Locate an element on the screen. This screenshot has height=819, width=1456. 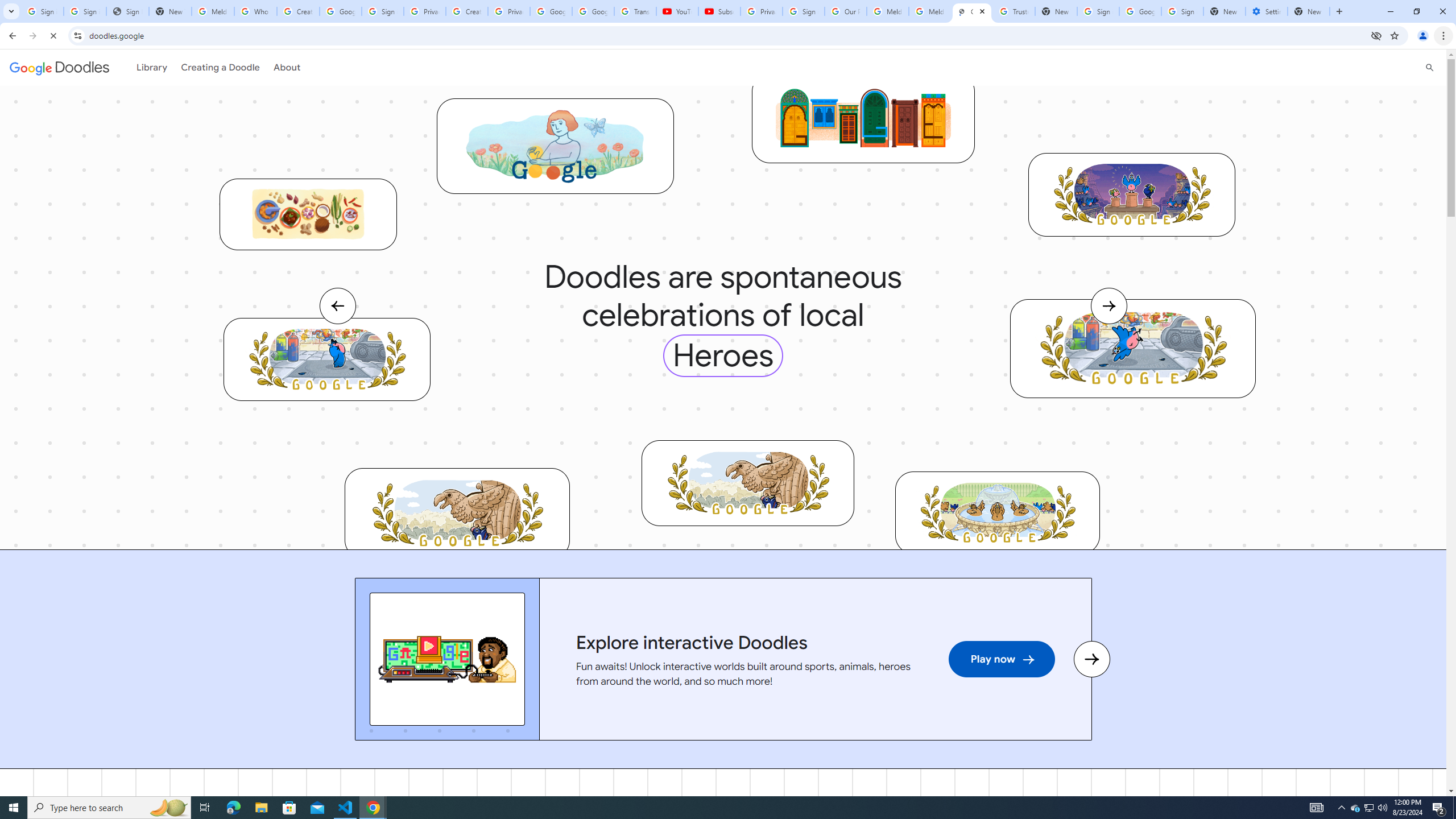
'YouTube' is located at coordinates (677, 11).